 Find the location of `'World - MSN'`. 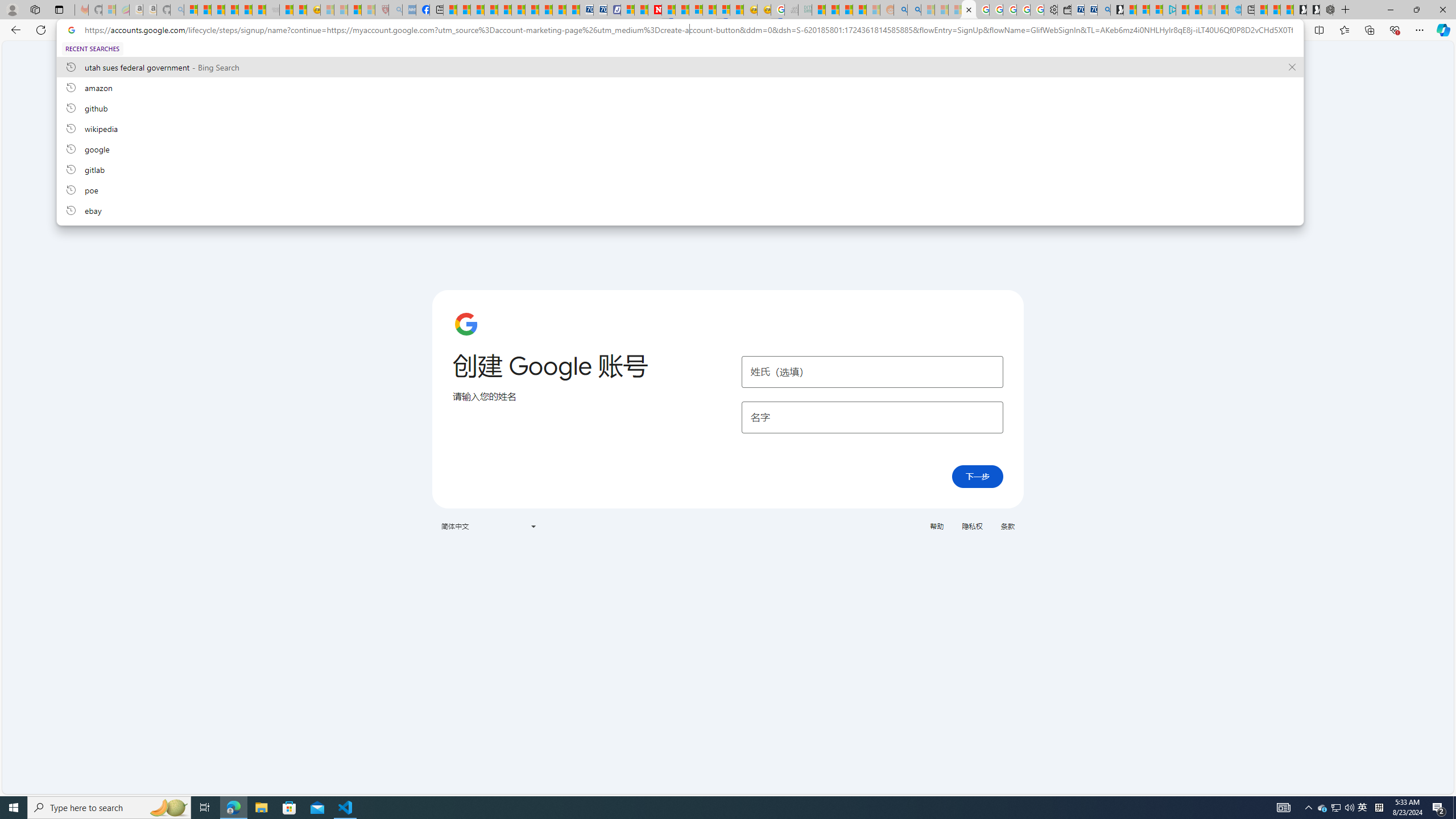

'World - MSN' is located at coordinates (477, 9).